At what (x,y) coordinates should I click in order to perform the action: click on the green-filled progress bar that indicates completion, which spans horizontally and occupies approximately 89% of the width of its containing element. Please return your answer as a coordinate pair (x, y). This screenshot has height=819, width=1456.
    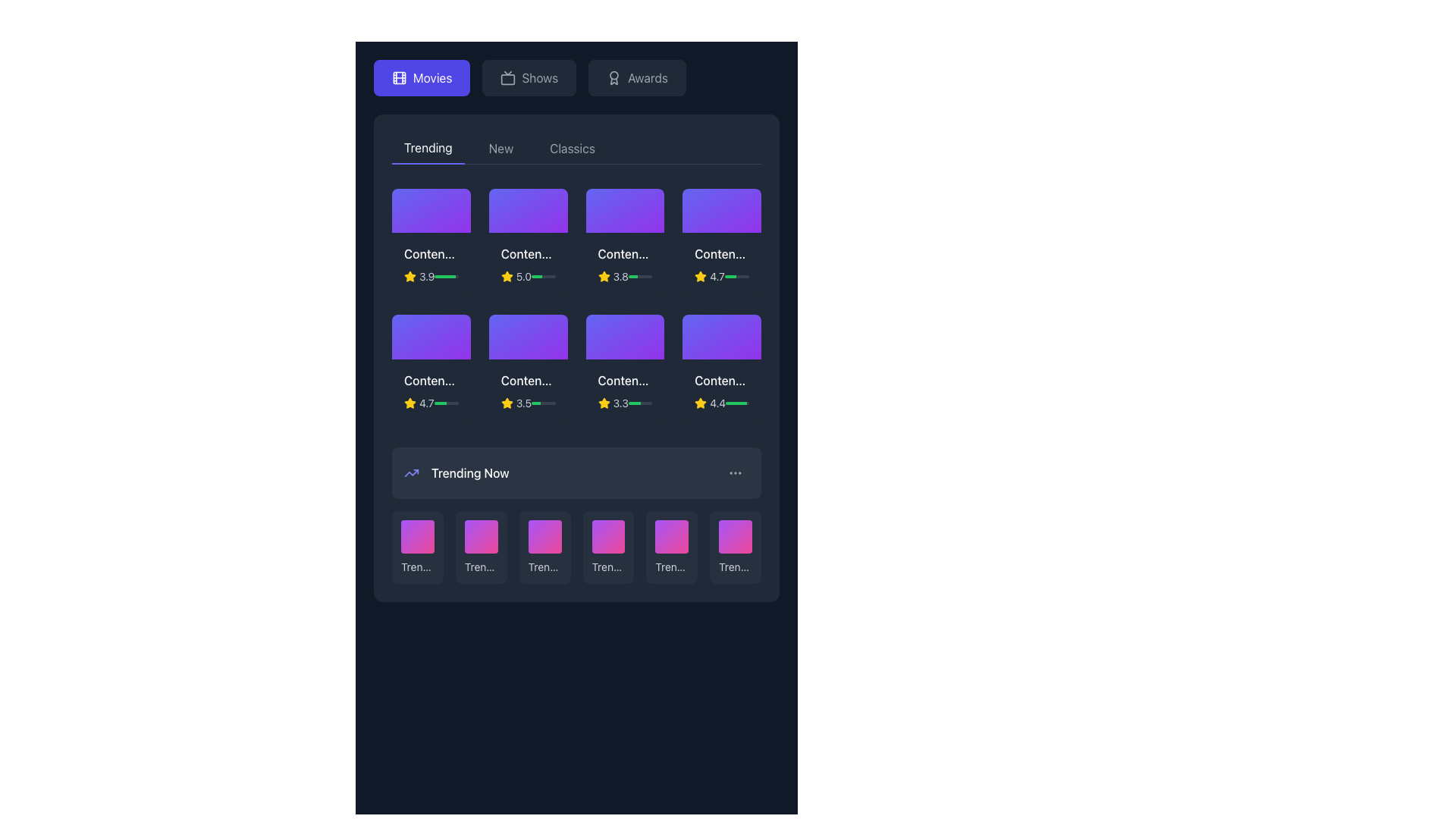
    Looking at the image, I should click on (444, 277).